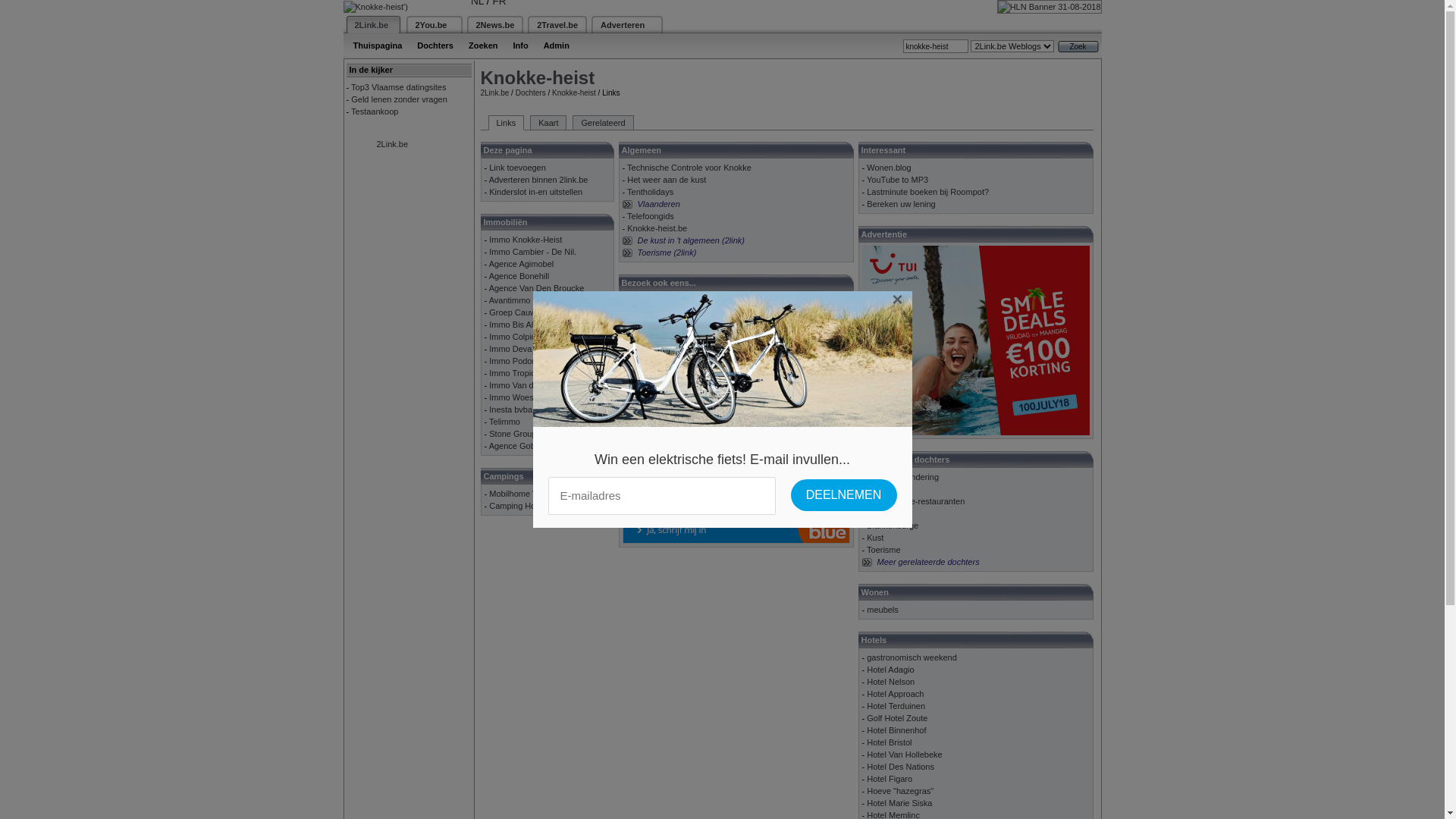 This screenshot has height=819, width=1456. Describe the element at coordinates (900, 766) in the screenshot. I see `'Hotel Des Nations'` at that location.